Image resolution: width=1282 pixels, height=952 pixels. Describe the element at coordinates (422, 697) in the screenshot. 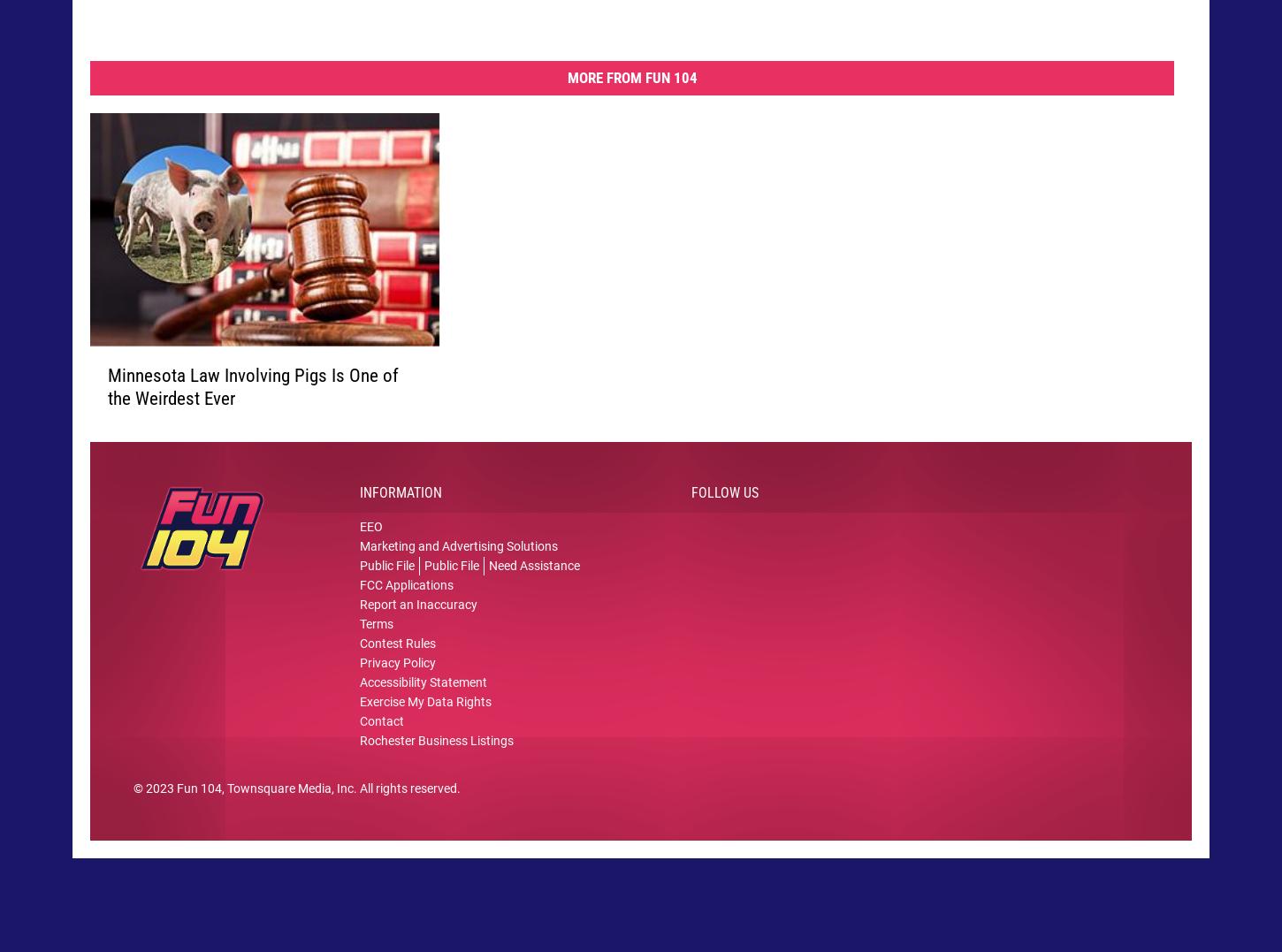

I see `'Accessibility Statement'` at that location.